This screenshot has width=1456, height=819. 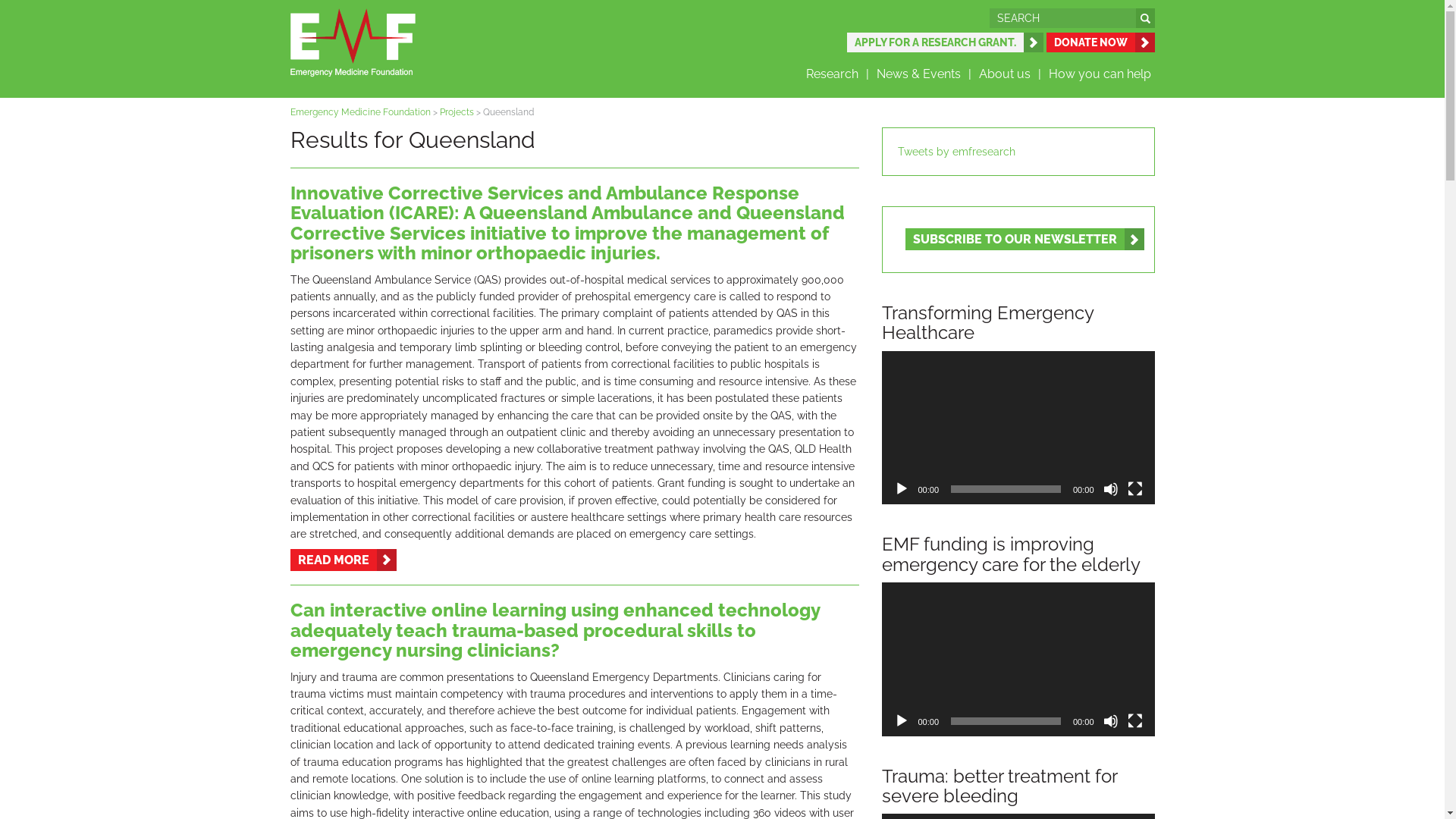 What do you see at coordinates (922, 74) in the screenshot?
I see `'News & Events'` at bounding box center [922, 74].